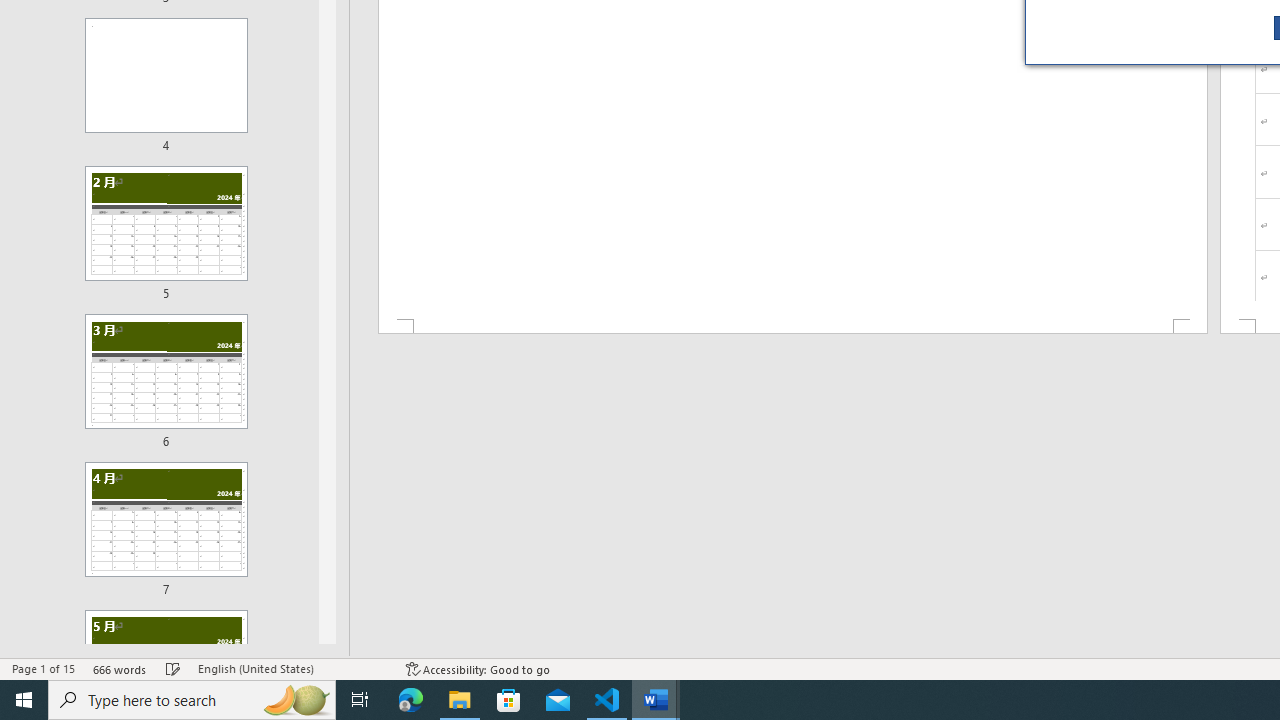  I want to click on 'File Explorer - 1 running window', so click(459, 698).